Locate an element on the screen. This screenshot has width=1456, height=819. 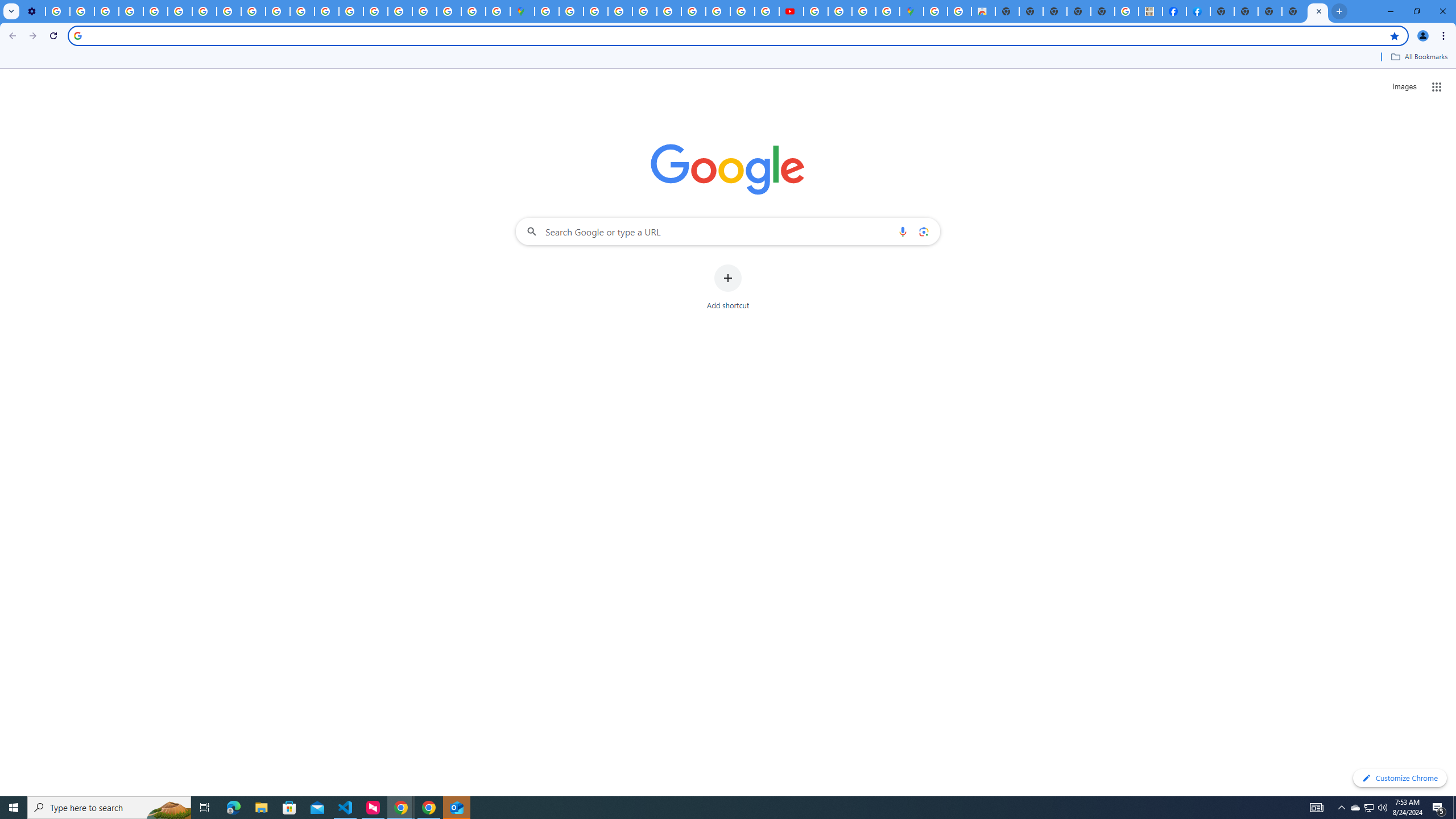
'Add shortcut' is located at coordinates (728, 287).